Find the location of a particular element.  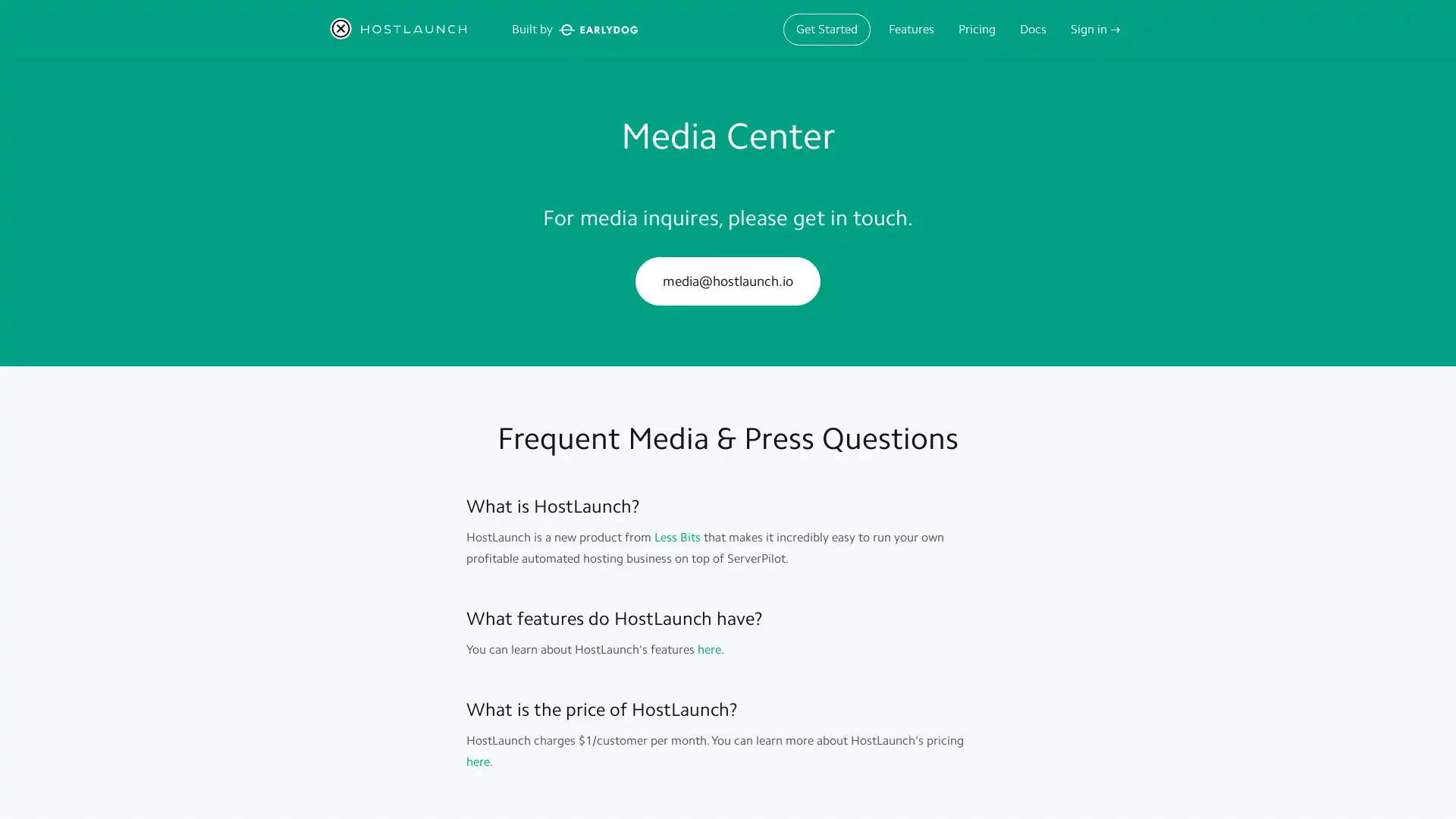

Pricing is located at coordinates (977, 29).